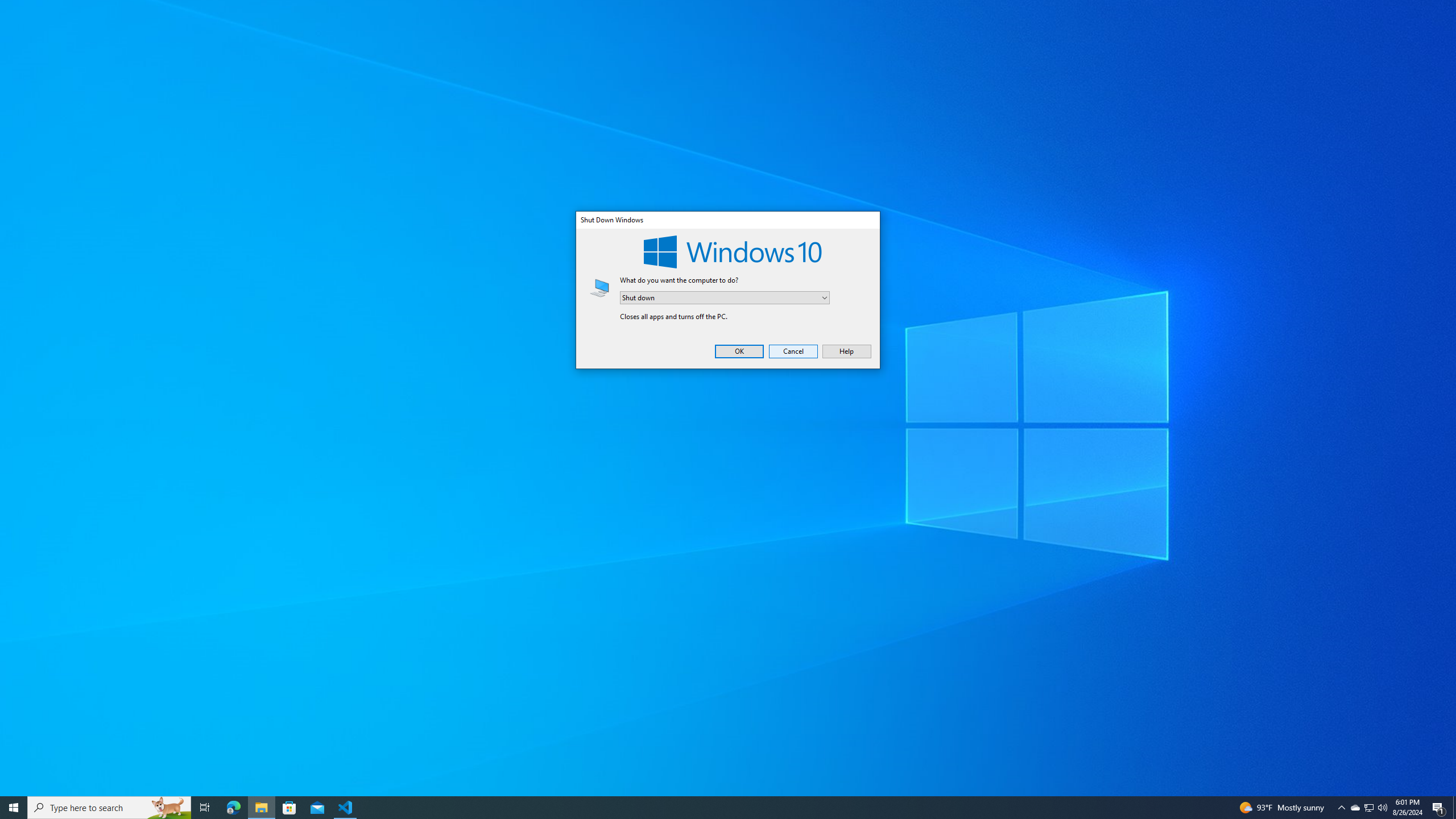  What do you see at coordinates (109, 806) in the screenshot?
I see `'Type here to search'` at bounding box center [109, 806].